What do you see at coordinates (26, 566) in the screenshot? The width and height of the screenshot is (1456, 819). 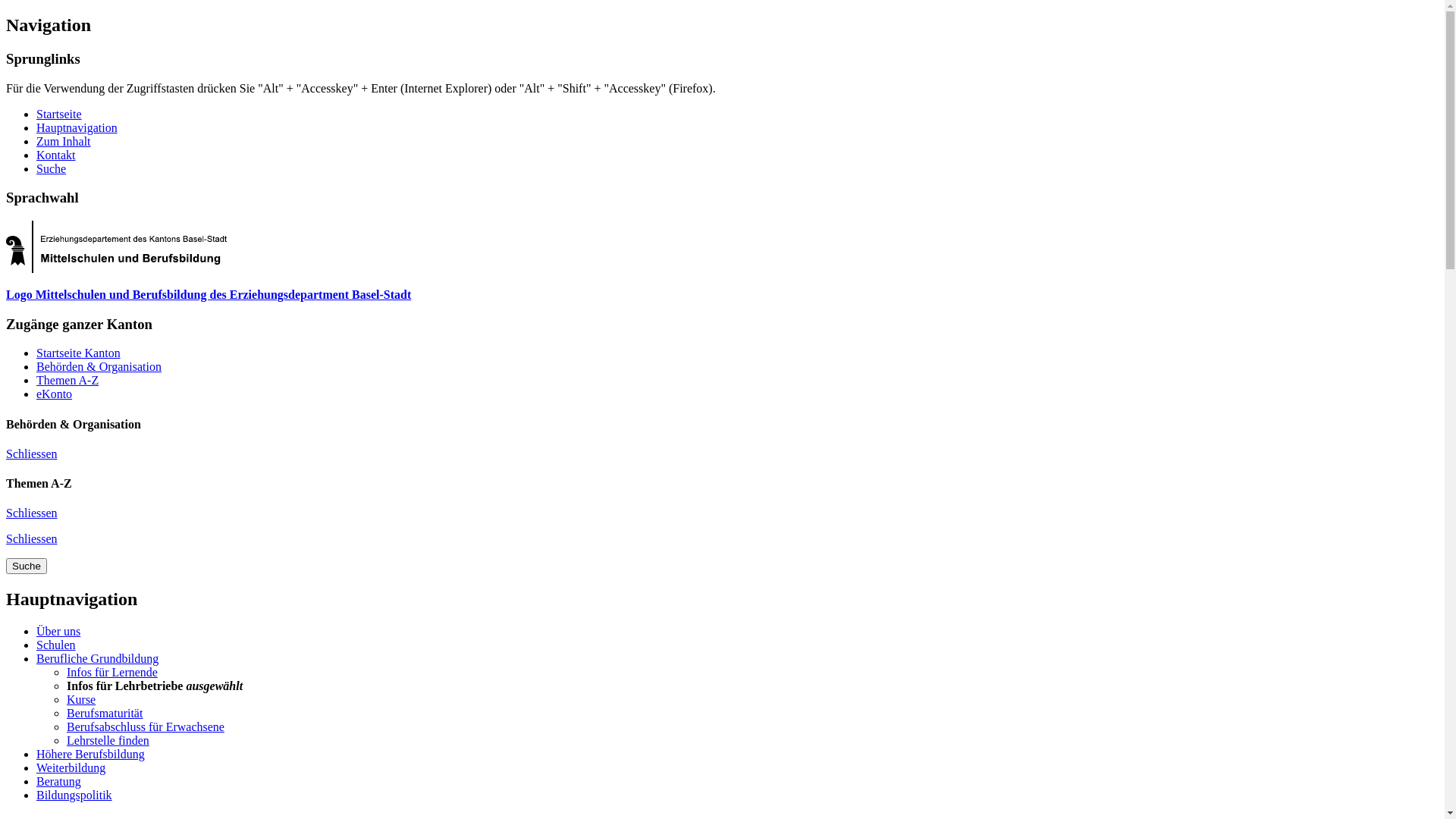 I see `'Suche'` at bounding box center [26, 566].